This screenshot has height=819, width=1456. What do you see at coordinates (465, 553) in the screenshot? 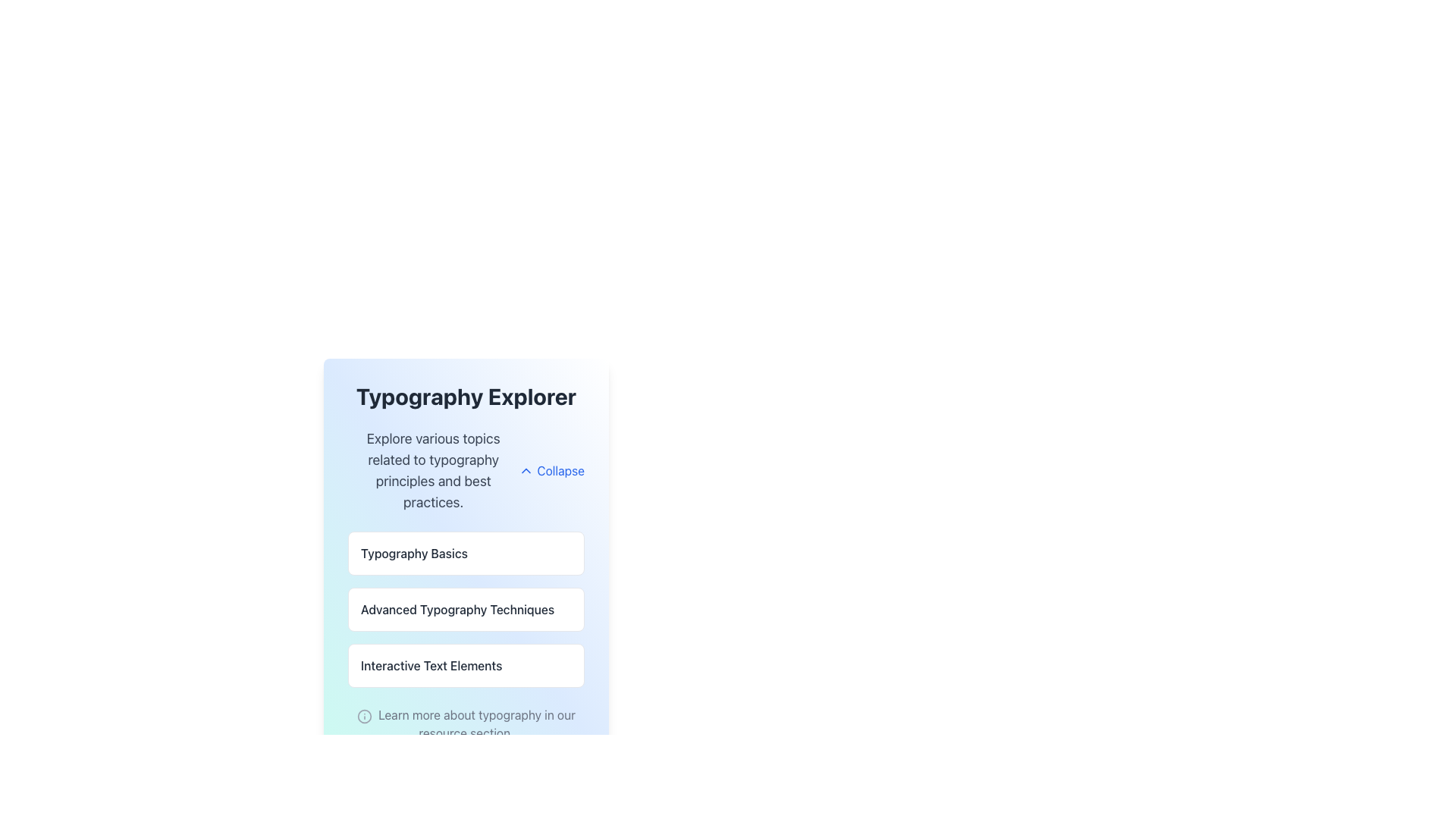
I see `the first selectable option in the 'Typography Explorer' section` at bounding box center [465, 553].